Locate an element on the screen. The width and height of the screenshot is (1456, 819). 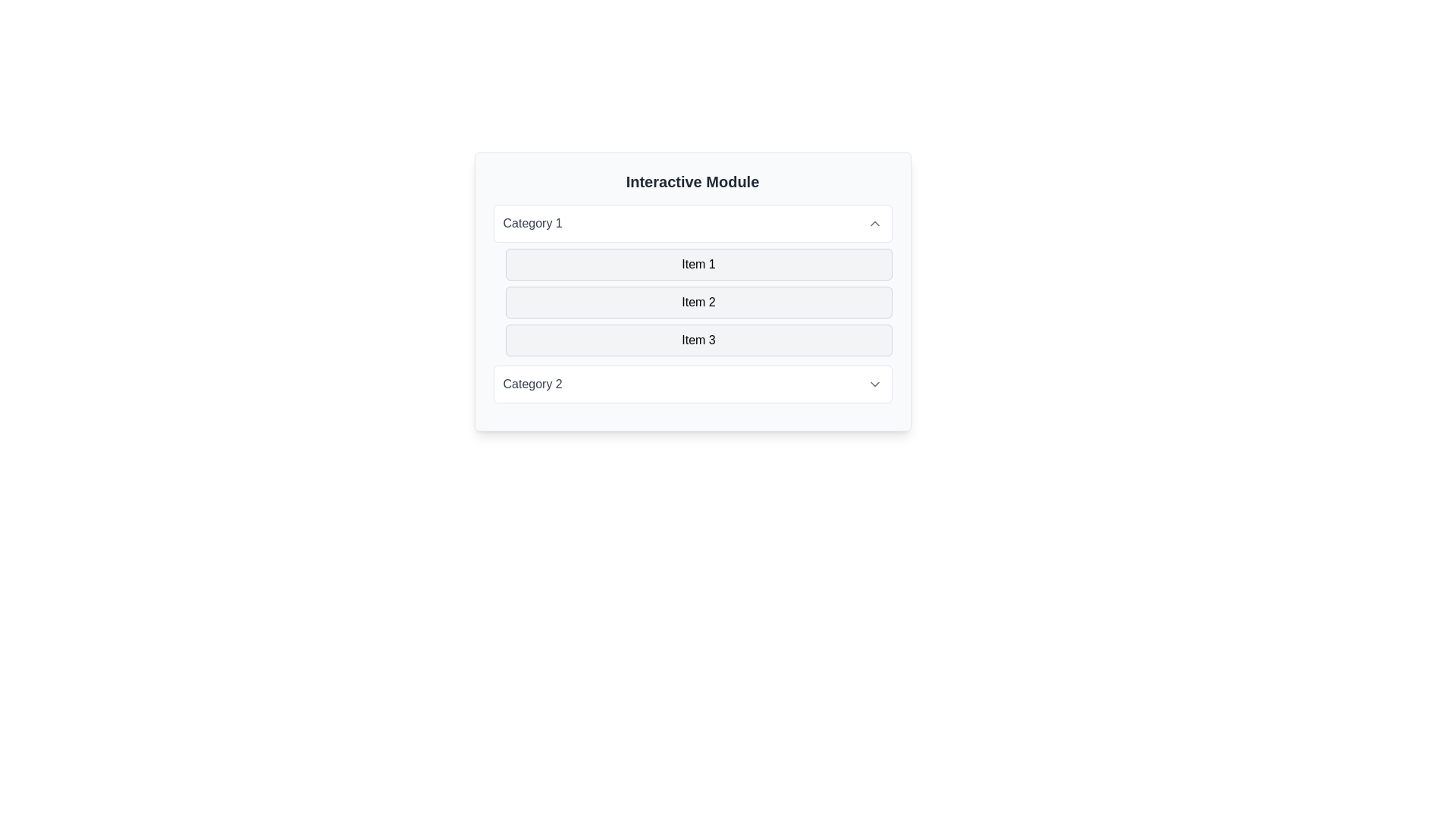
the List Item labeled 'Item 1' with a light gray background and black text is located at coordinates (698, 263).